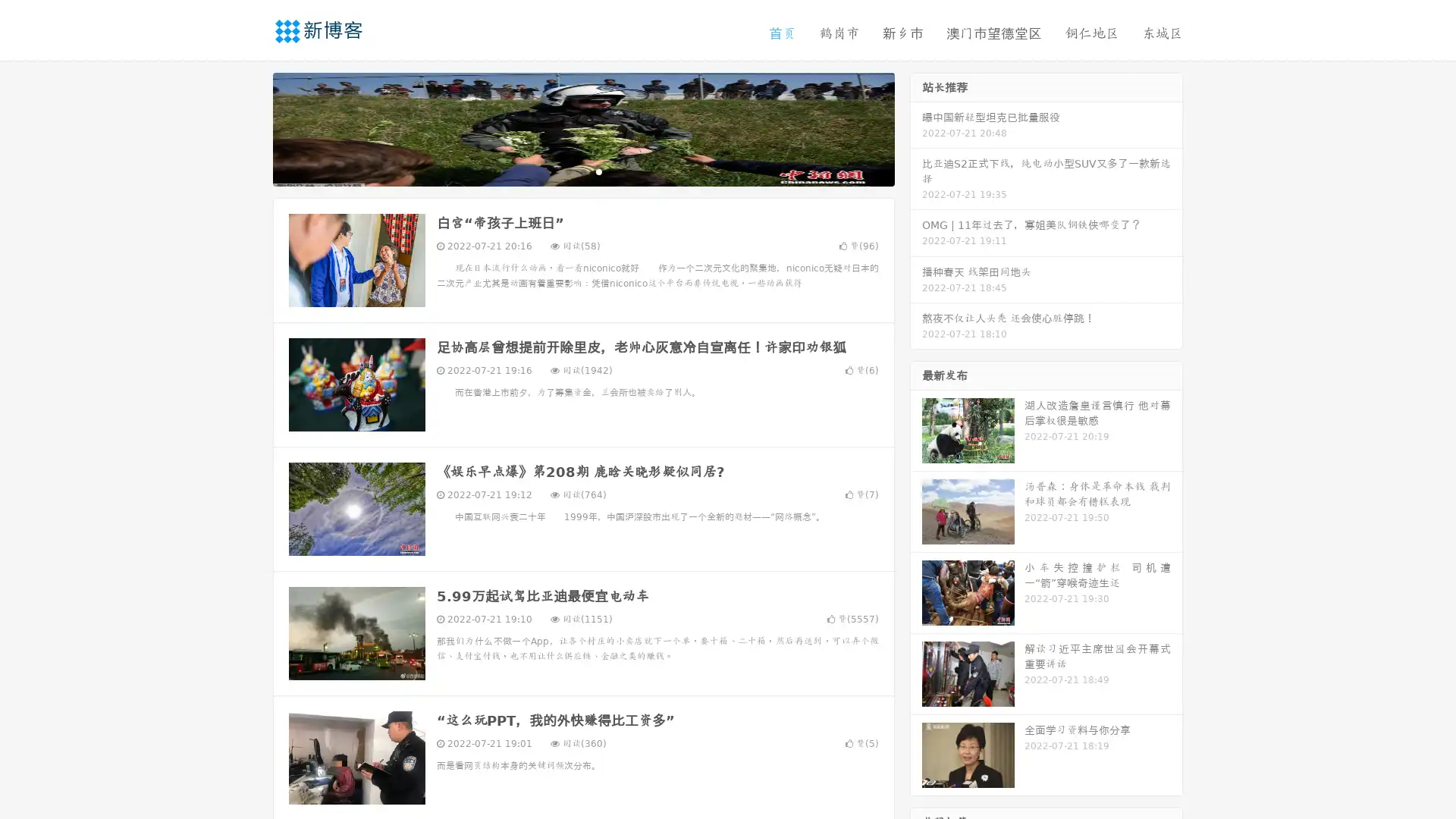 The height and width of the screenshot is (819, 1456). What do you see at coordinates (567, 171) in the screenshot?
I see `Go to slide 1` at bounding box center [567, 171].